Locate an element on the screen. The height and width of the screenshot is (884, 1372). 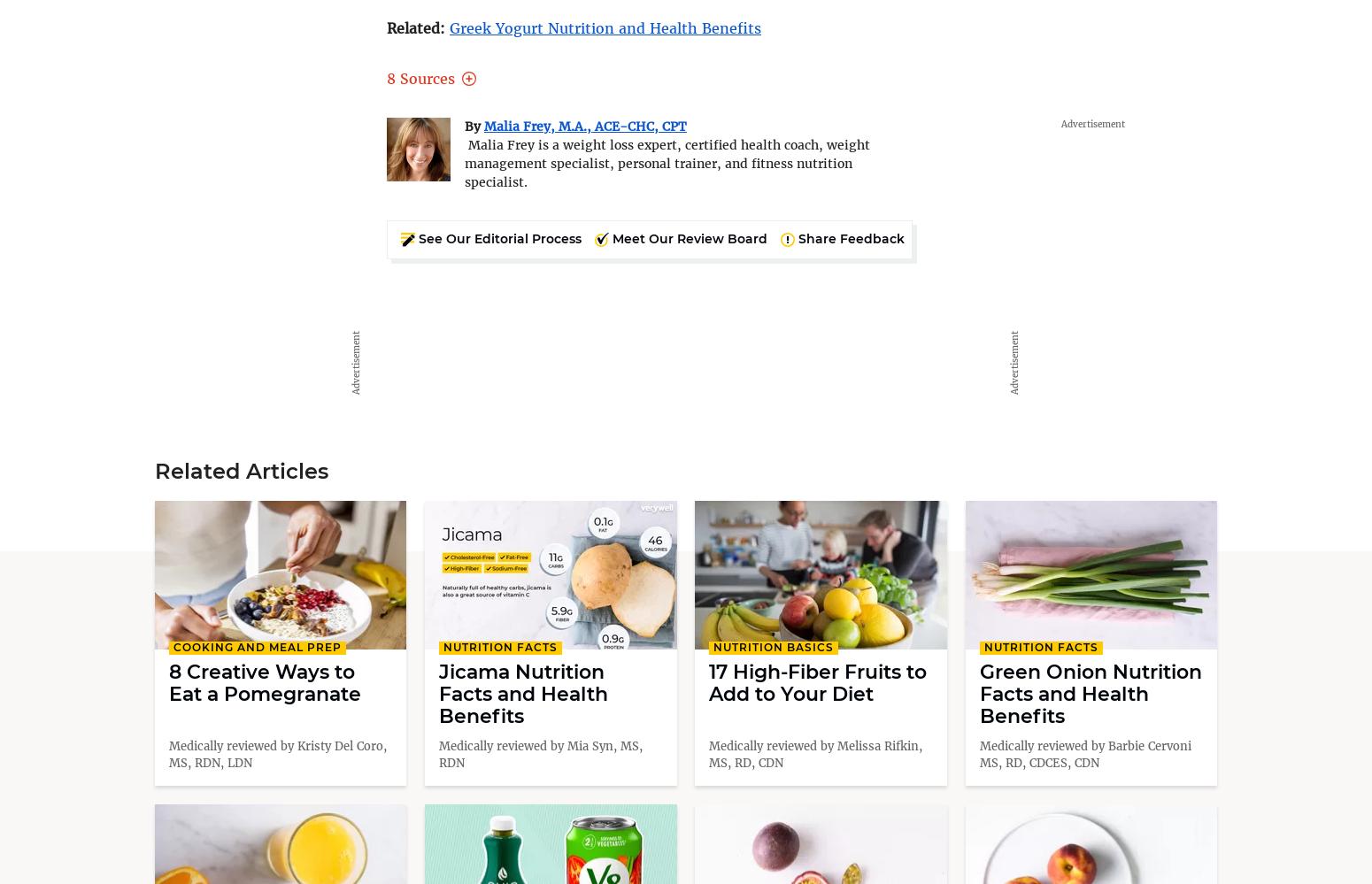
'Related Articles' is located at coordinates (241, 470).